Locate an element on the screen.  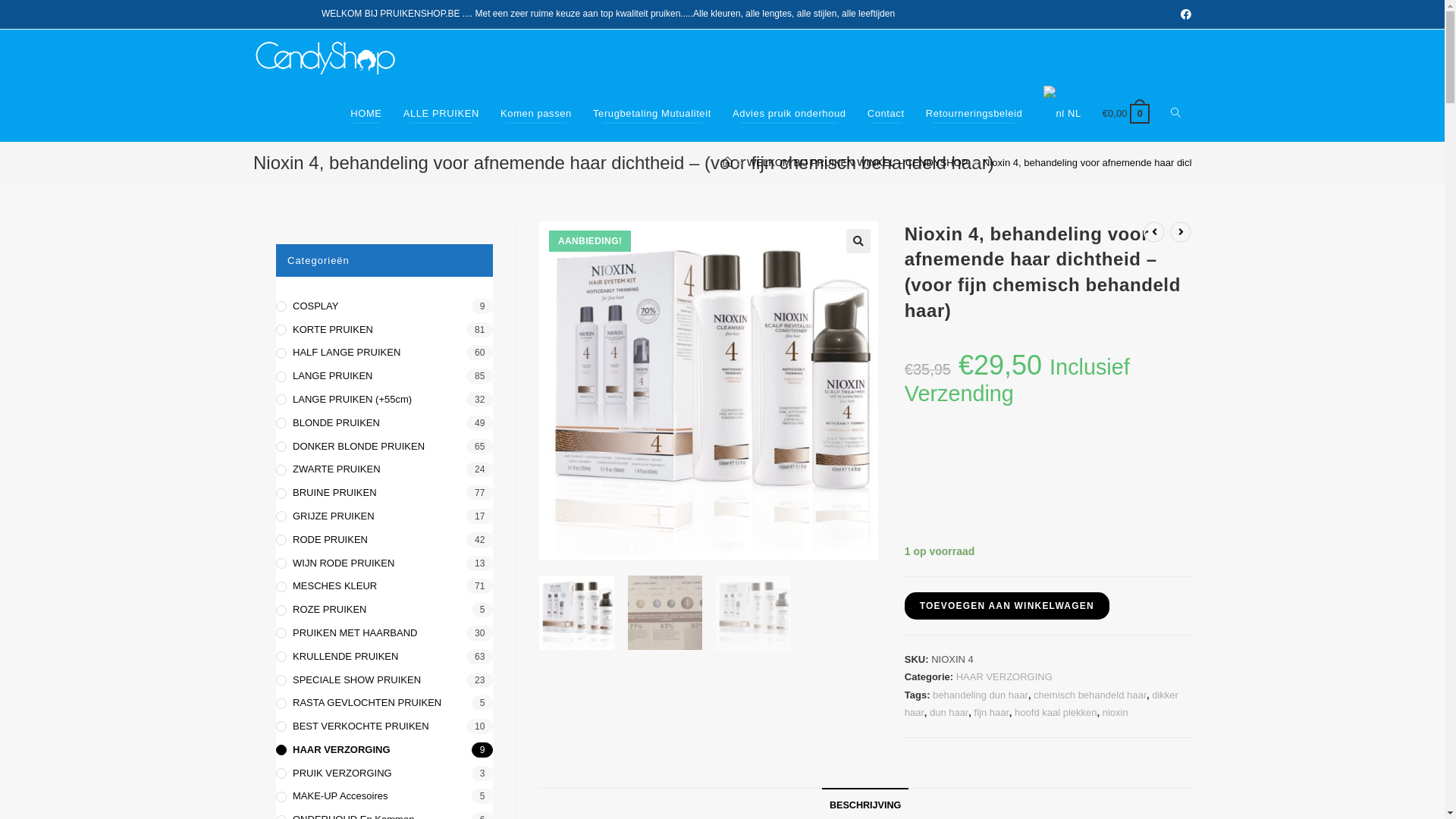
'nioxin-system-4-kit' is located at coordinates (708, 390).